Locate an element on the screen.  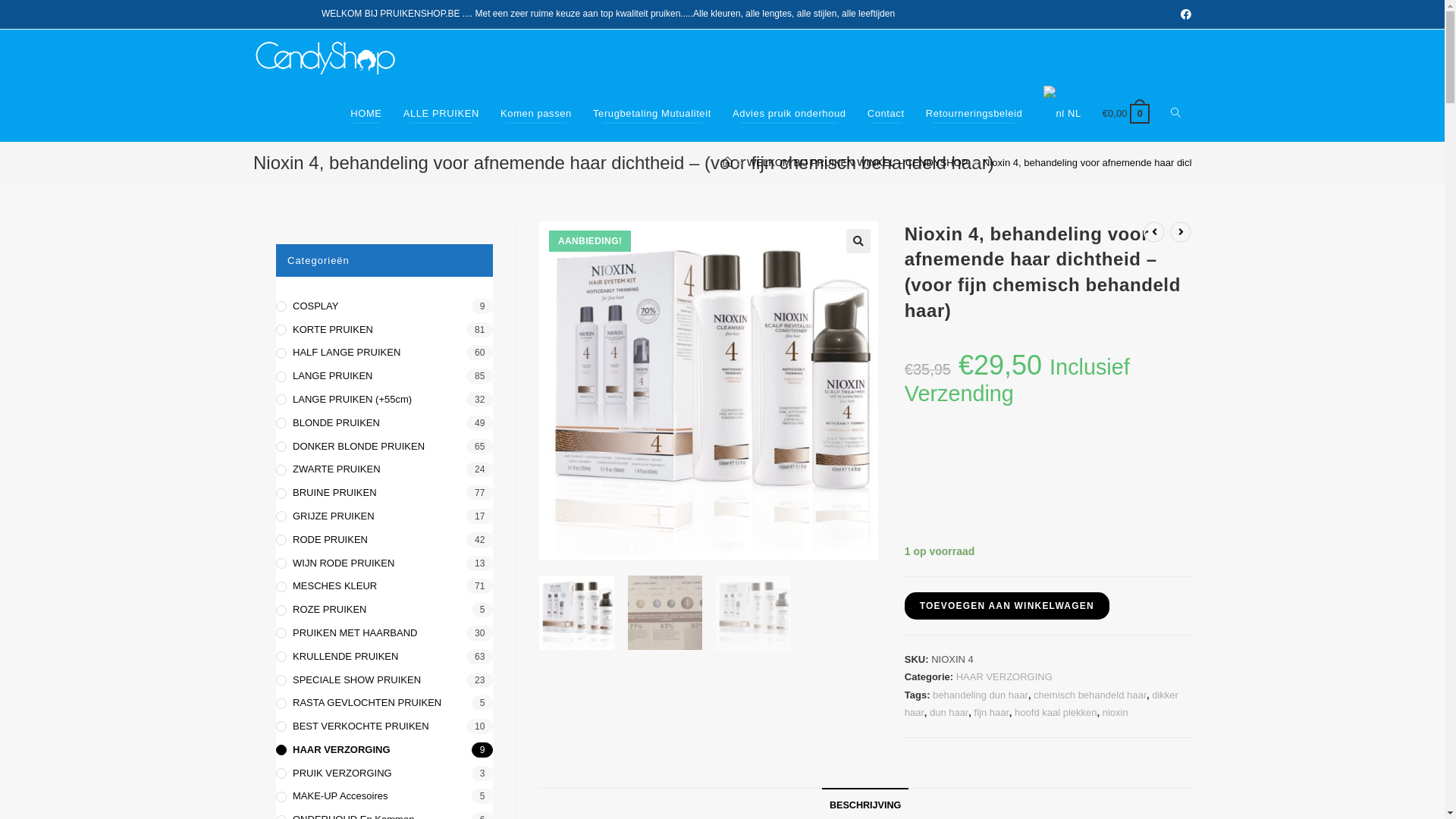
'nioxin-system-4-kit' is located at coordinates (708, 390).